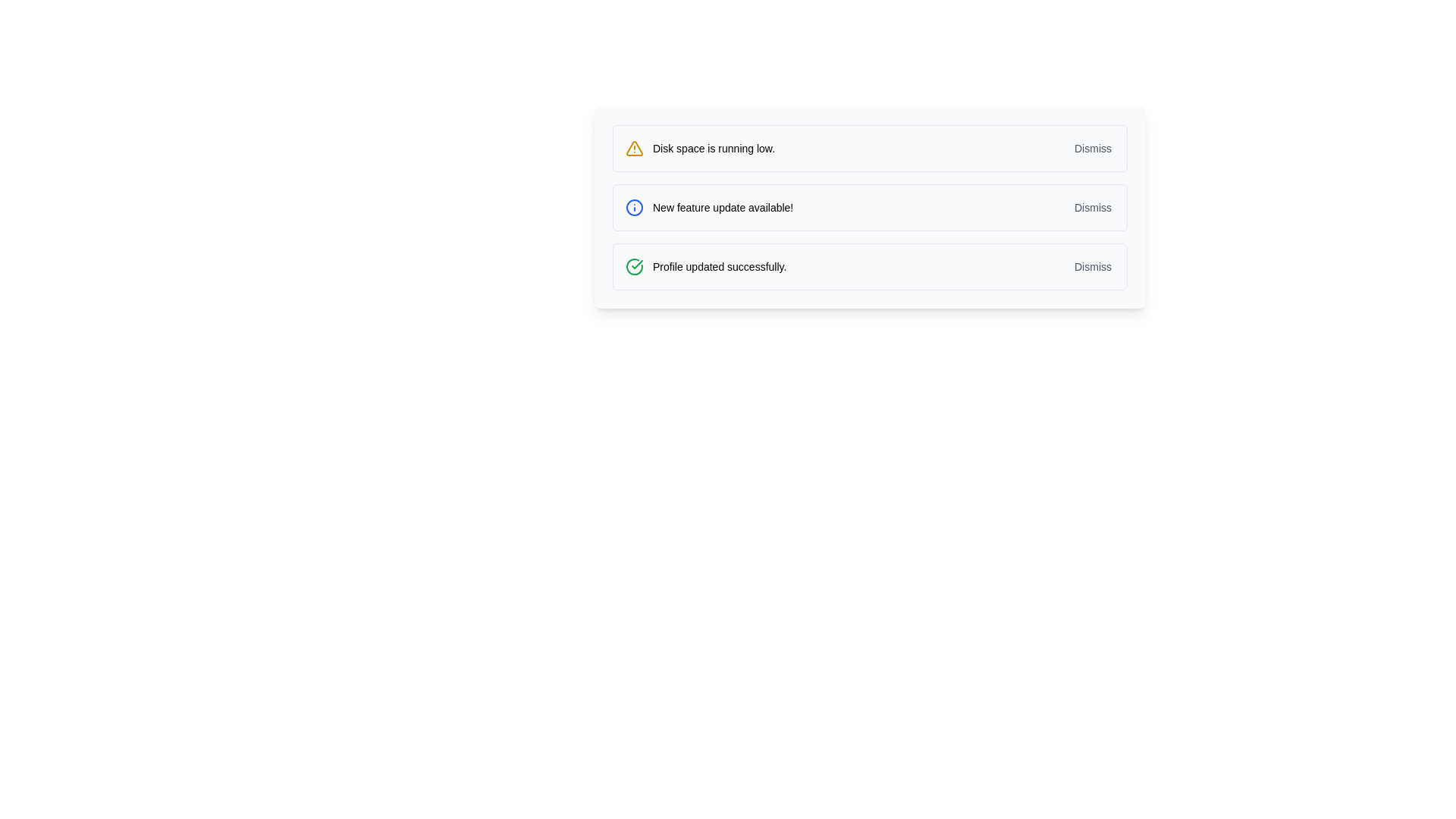 The width and height of the screenshot is (1456, 819). What do you see at coordinates (634, 265) in the screenshot?
I see `the circular checkmark icon with a green stroke located to the left of the 'Profile updated successfully.' message and adjacent to the 'Dismiss' button` at bounding box center [634, 265].